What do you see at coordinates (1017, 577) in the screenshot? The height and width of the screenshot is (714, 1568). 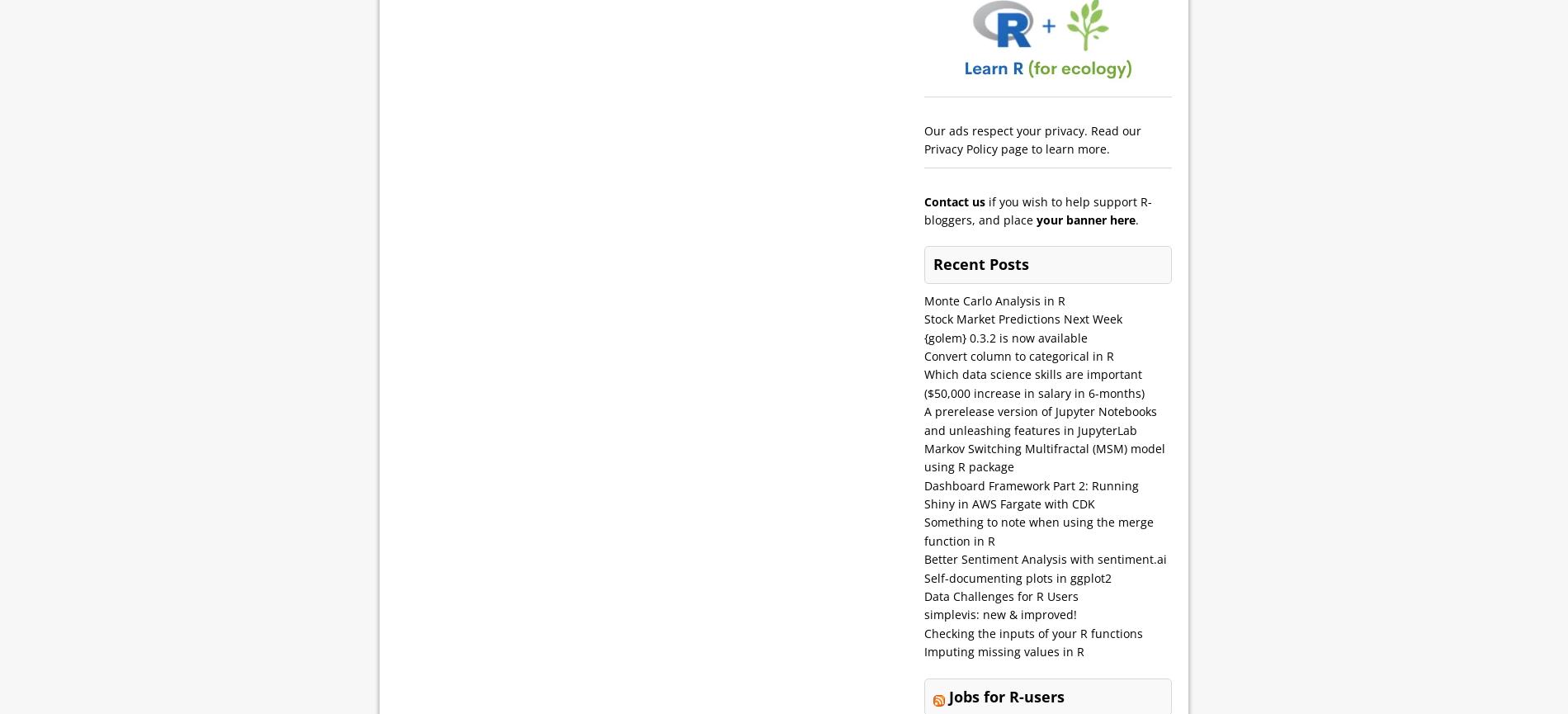 I see `'Self-documenting plots in ggplot2'` at bounding box center [1017, 577].